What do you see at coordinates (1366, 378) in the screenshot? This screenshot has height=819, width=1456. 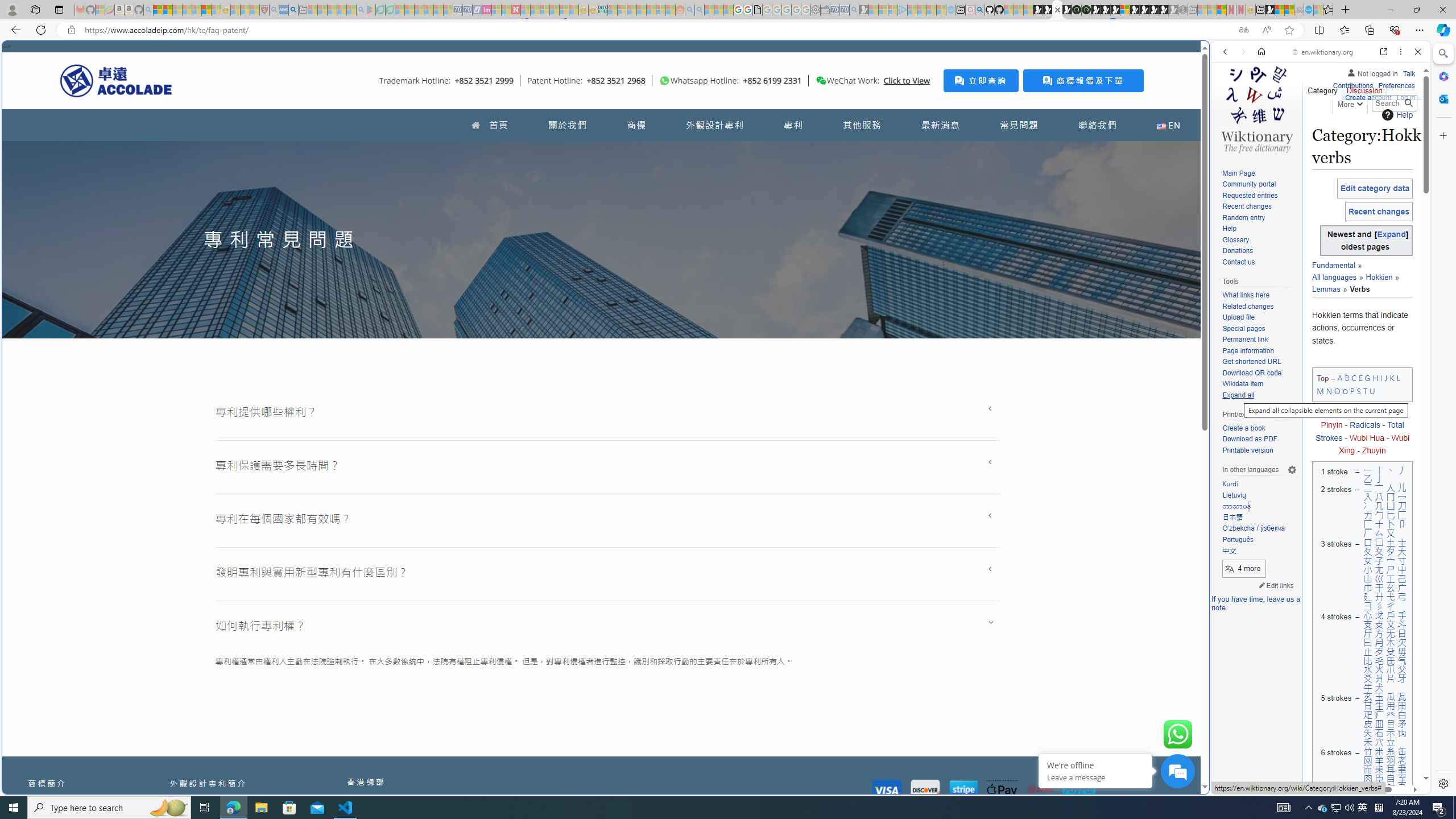 I see `'G'` at bounding box center [1366, 378].